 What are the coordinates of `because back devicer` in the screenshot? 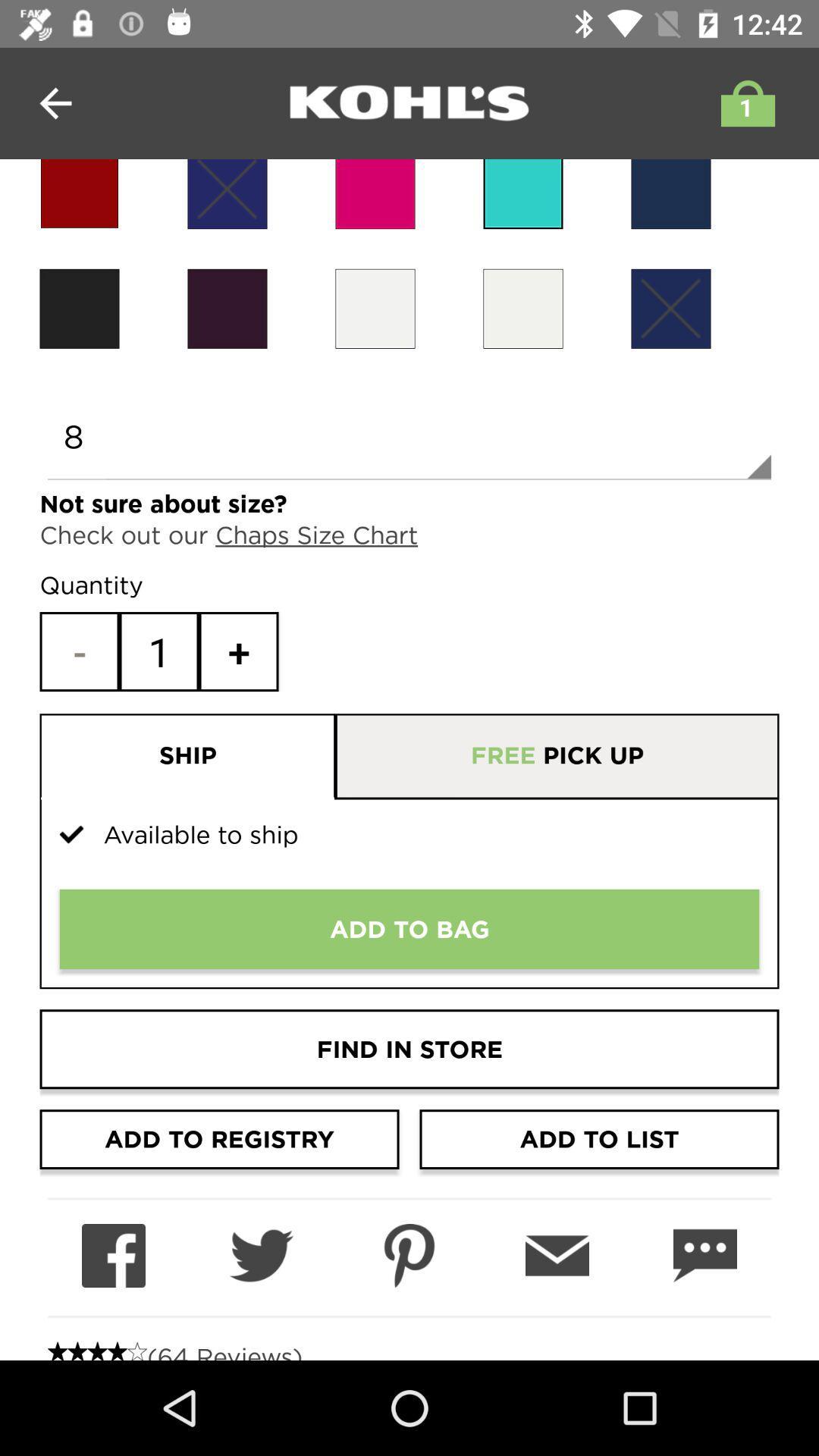 It's located at (522, 308).